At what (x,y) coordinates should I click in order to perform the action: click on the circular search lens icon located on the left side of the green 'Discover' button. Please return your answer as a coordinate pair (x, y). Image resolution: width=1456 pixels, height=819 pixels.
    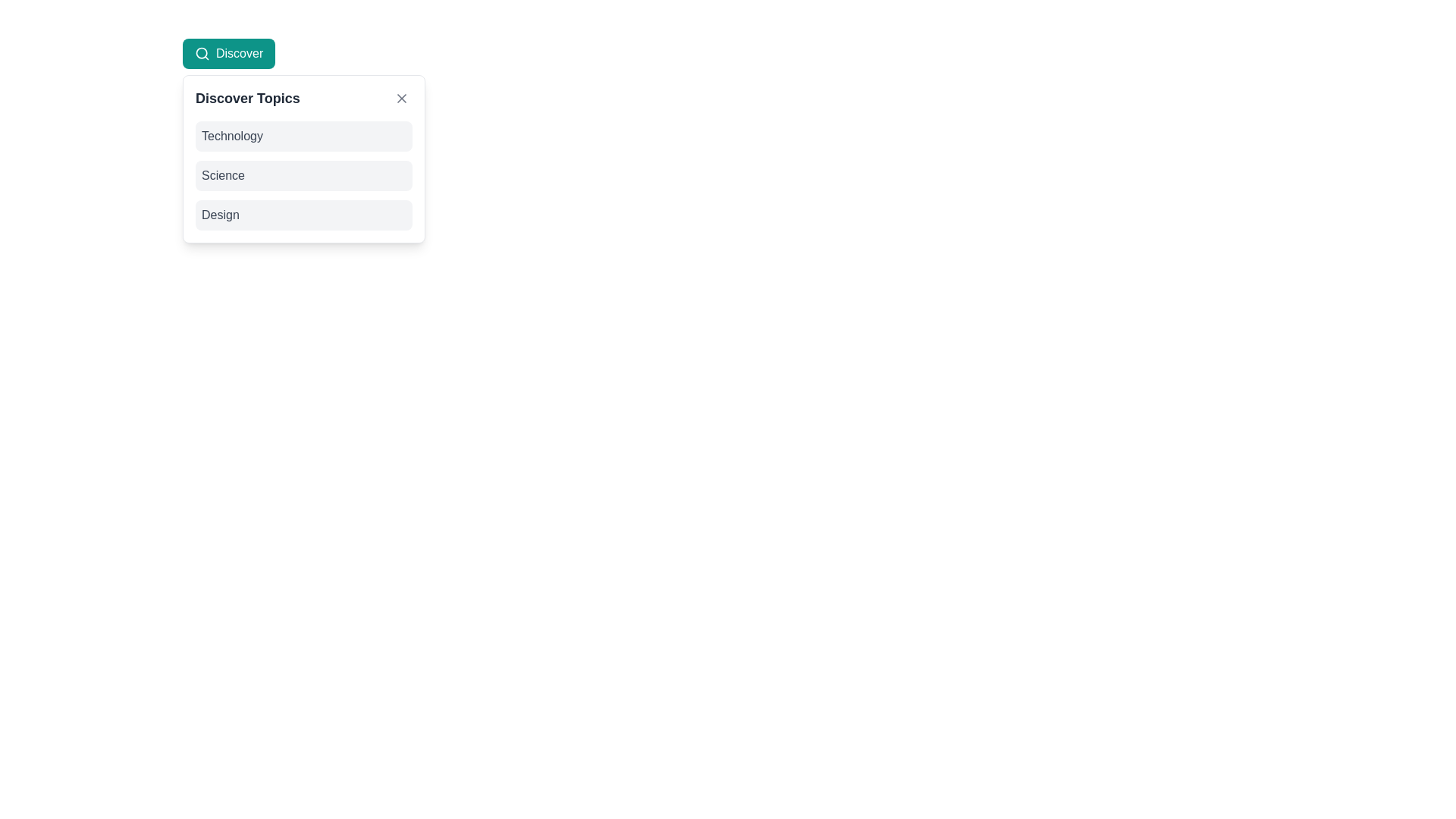
    Looking at the image, I should click on (202, 52).